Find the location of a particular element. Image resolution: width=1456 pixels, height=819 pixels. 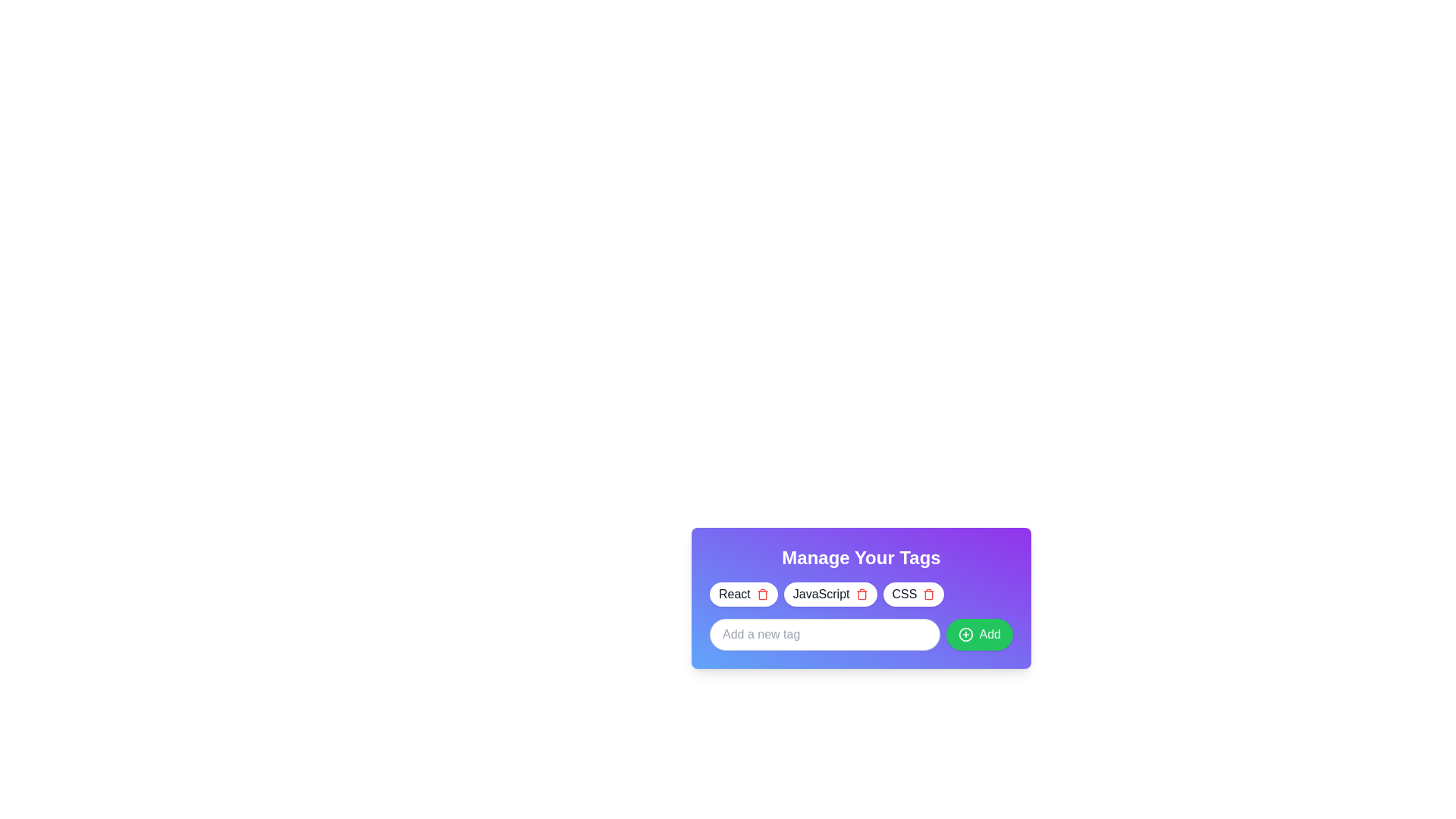

the red trash icon button is located at coordinates (762, 593).